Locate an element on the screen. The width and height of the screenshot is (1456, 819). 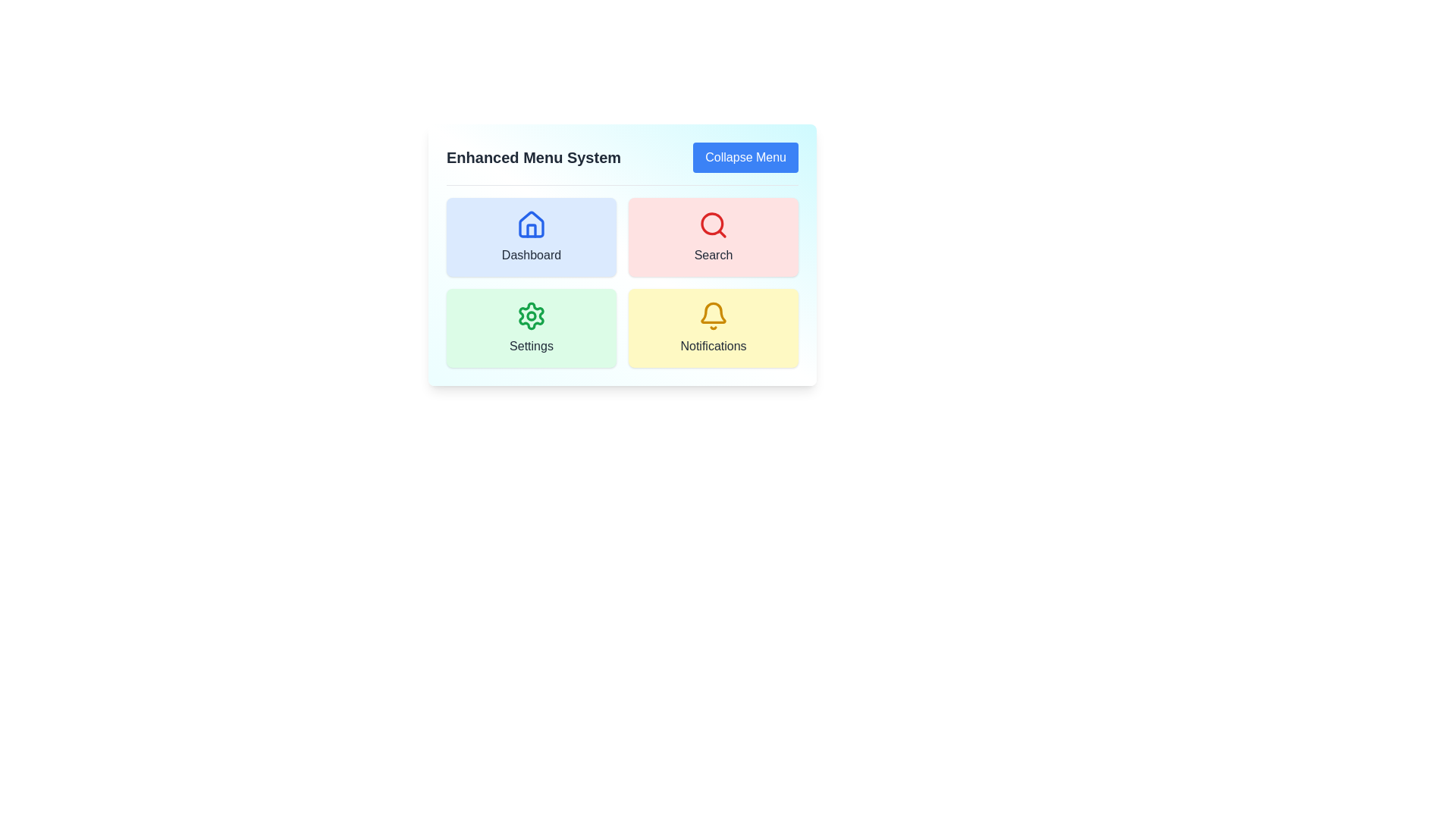
the SVG icon representing the notifications feature, which is centrally located within the 'Notifications' button in the second row, second column of the menu grid is located at coordinates (712, 315).